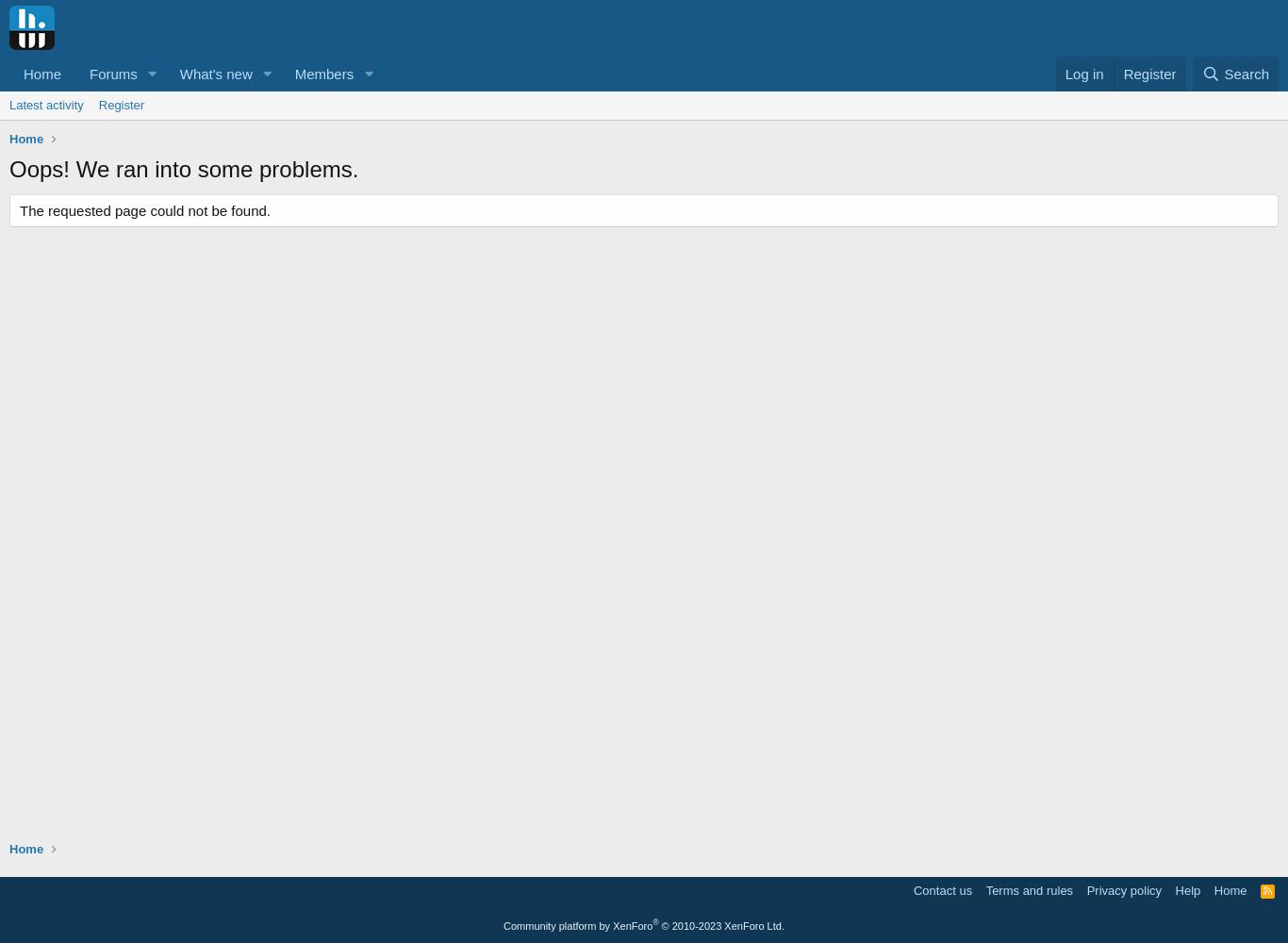  I want to click on 'Terms and rules', so click(1028, 889).